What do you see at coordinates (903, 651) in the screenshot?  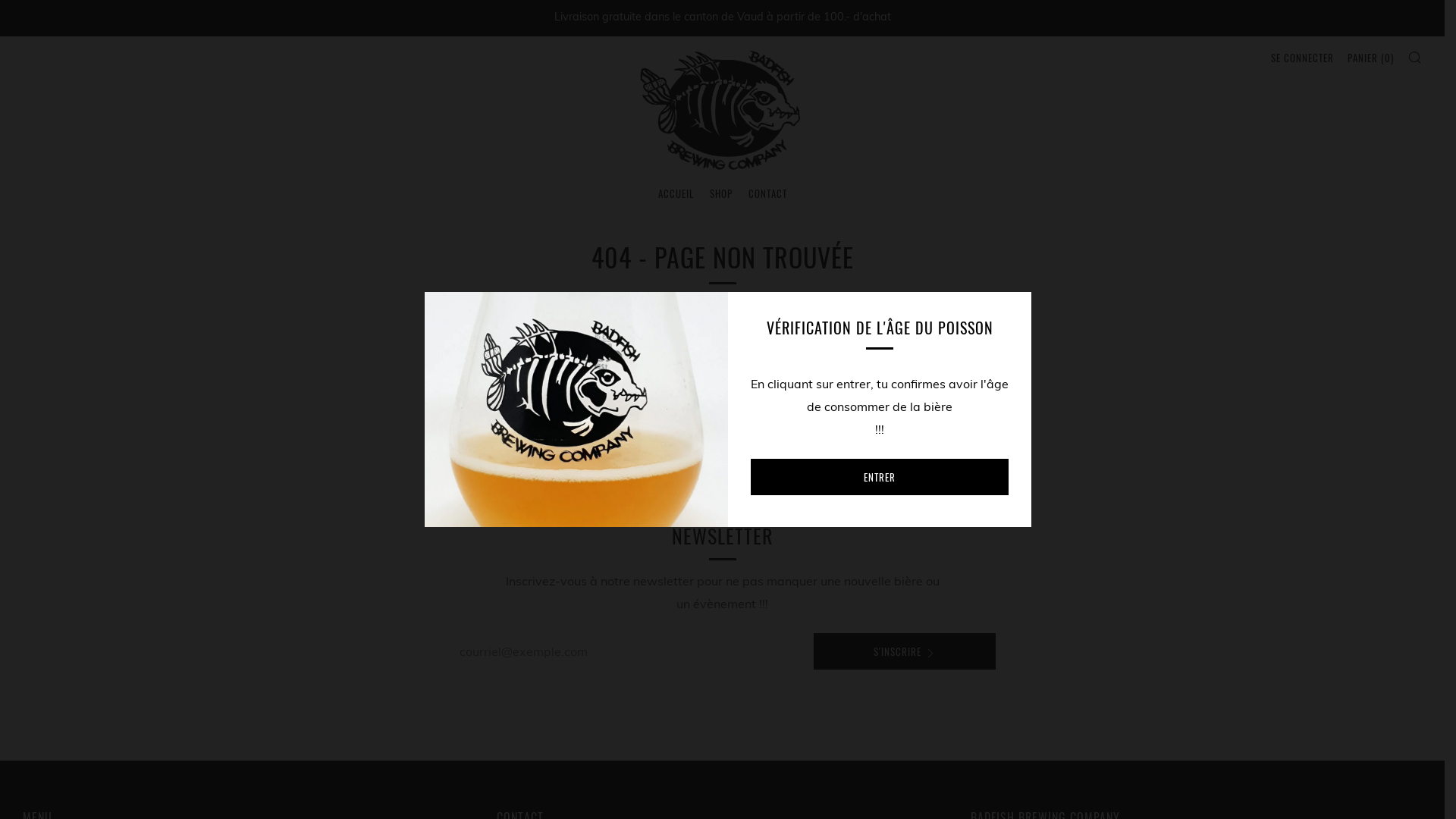 I see `'S'INSCRIRE'` at bounding box center [903, 651].